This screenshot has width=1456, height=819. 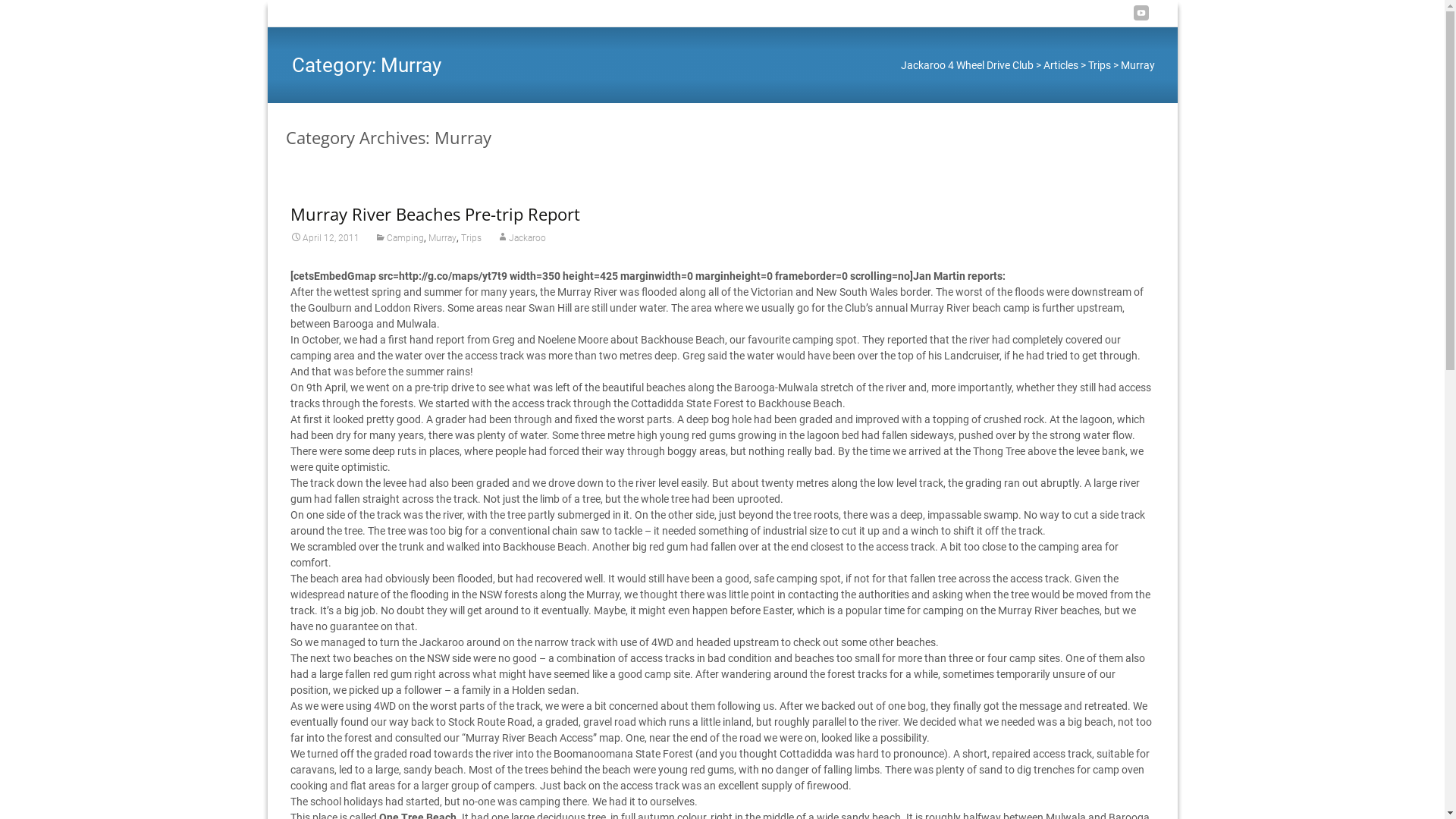 I want to click on 'April 12, 2011', so click(x=323, y=237).